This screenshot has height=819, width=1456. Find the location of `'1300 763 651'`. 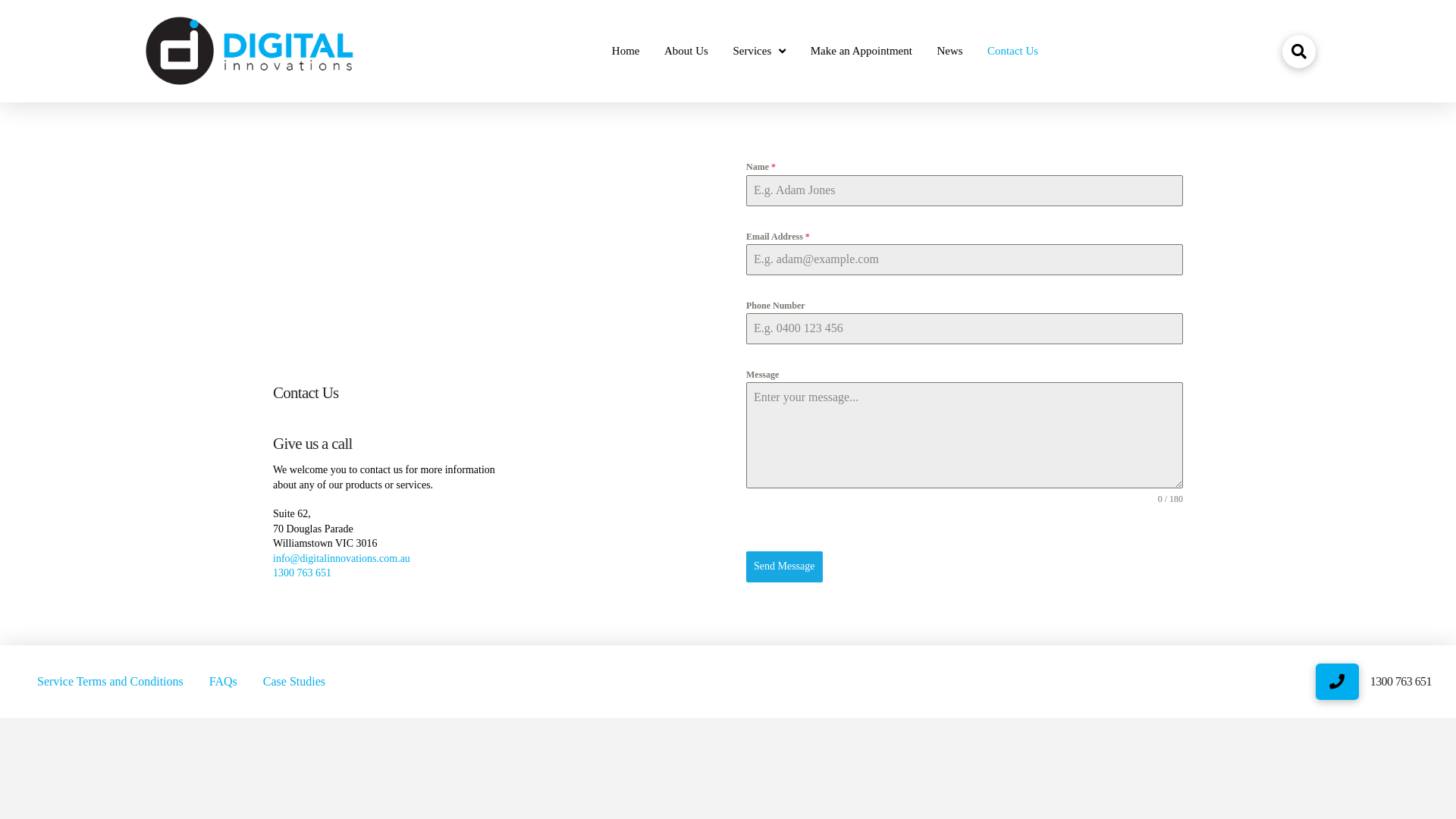

'1300 763 651' is located at coordinates (1370, 680).